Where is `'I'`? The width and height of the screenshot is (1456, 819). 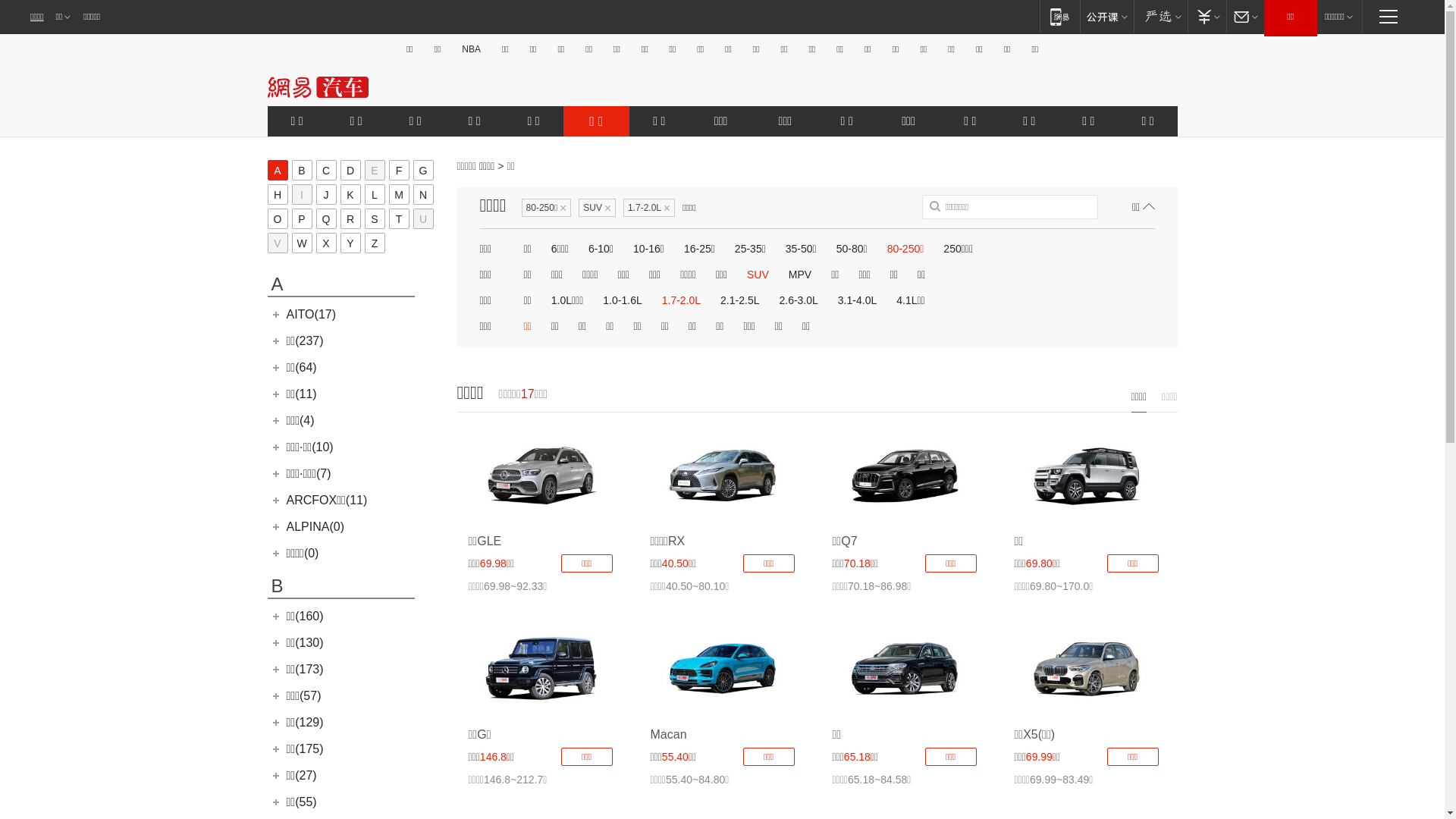
'I' is located at coordinates (301, 193).